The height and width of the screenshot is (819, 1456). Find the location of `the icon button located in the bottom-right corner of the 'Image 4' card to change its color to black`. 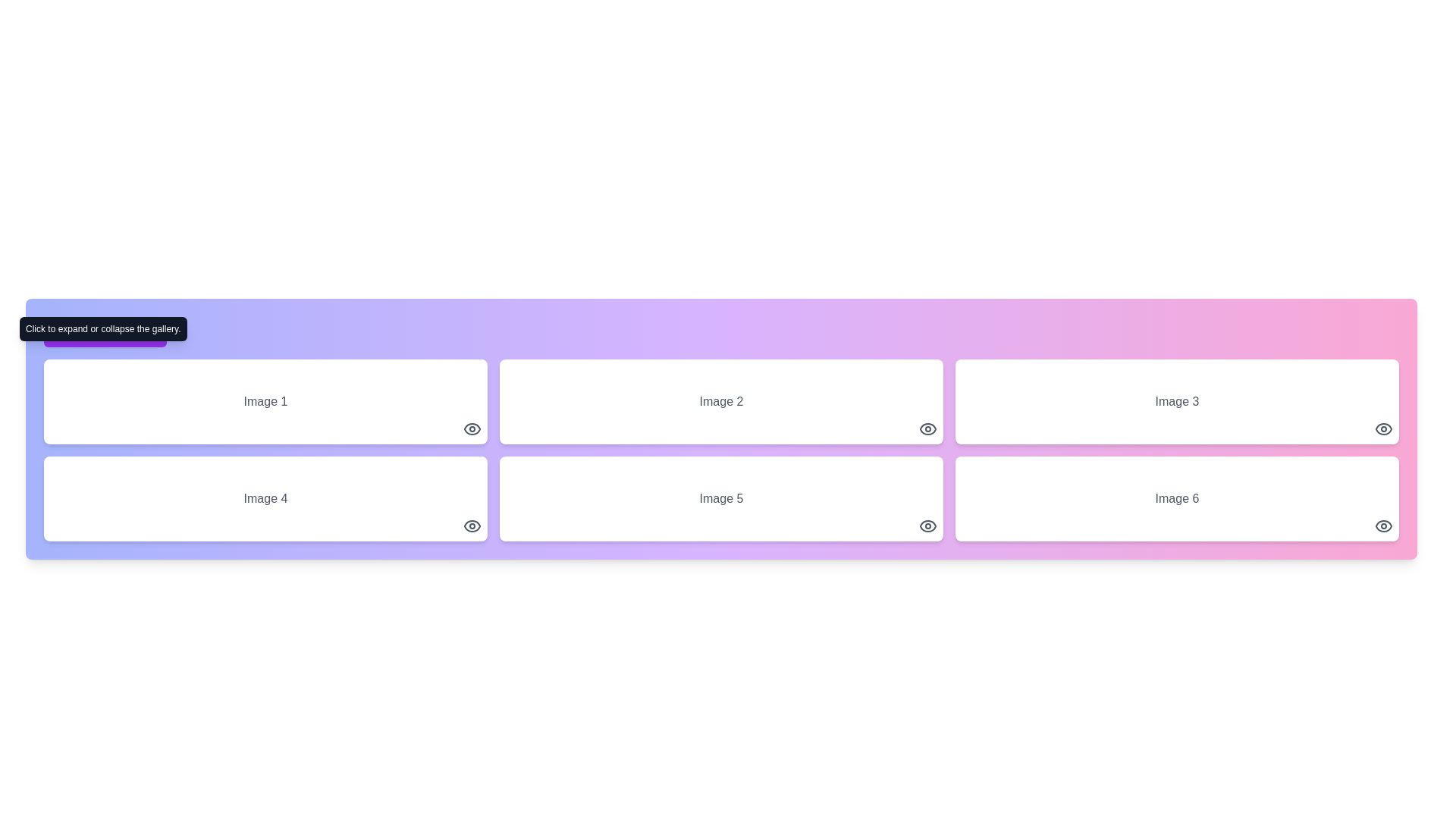

the icon button located in the bottom-right corner of the 'Image 4' card to change its color to black is located at coordinates (472, 526).